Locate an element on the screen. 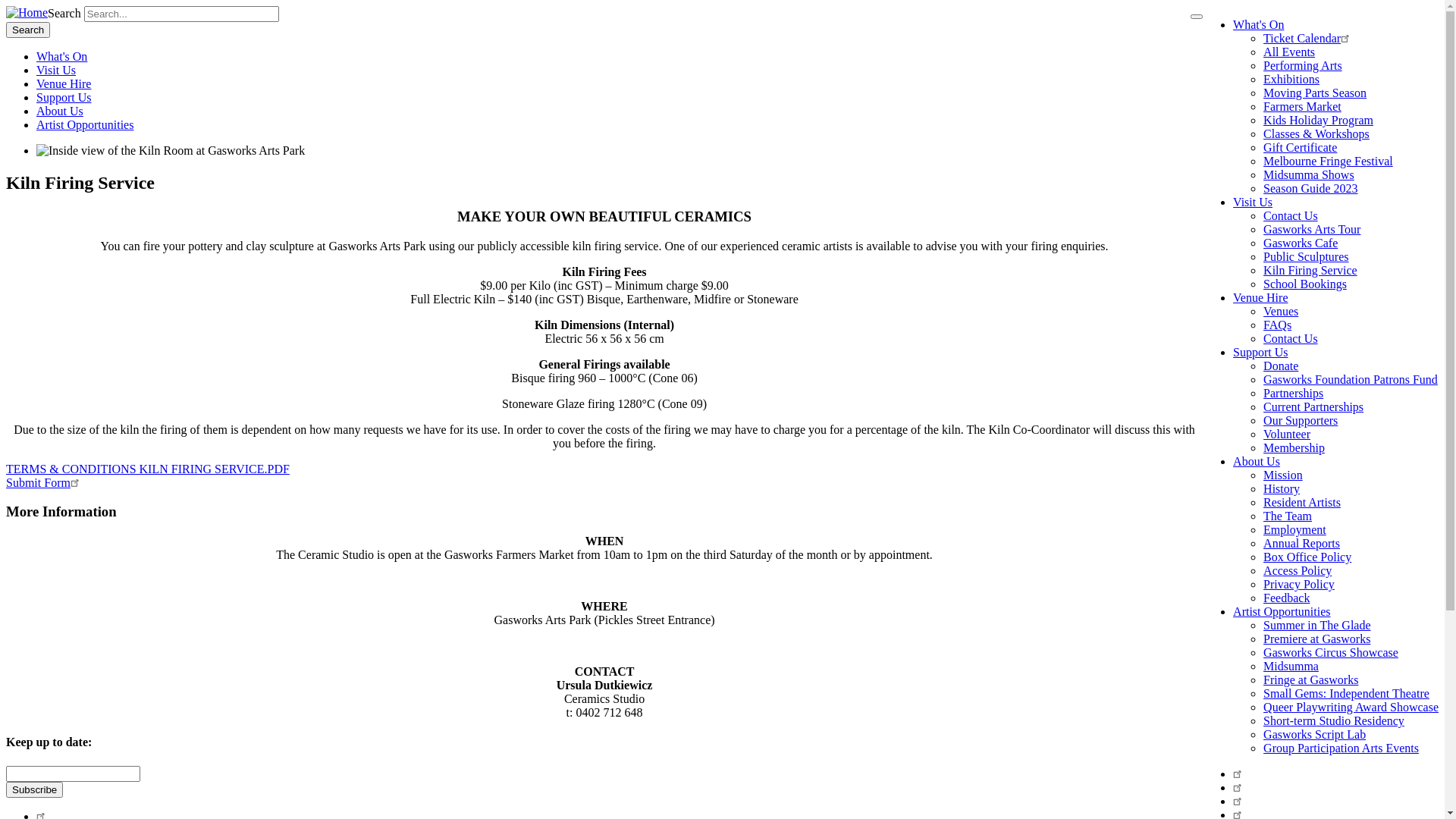  'Small Gems: Independent Theatre' is located at coordinates (1346, 693).